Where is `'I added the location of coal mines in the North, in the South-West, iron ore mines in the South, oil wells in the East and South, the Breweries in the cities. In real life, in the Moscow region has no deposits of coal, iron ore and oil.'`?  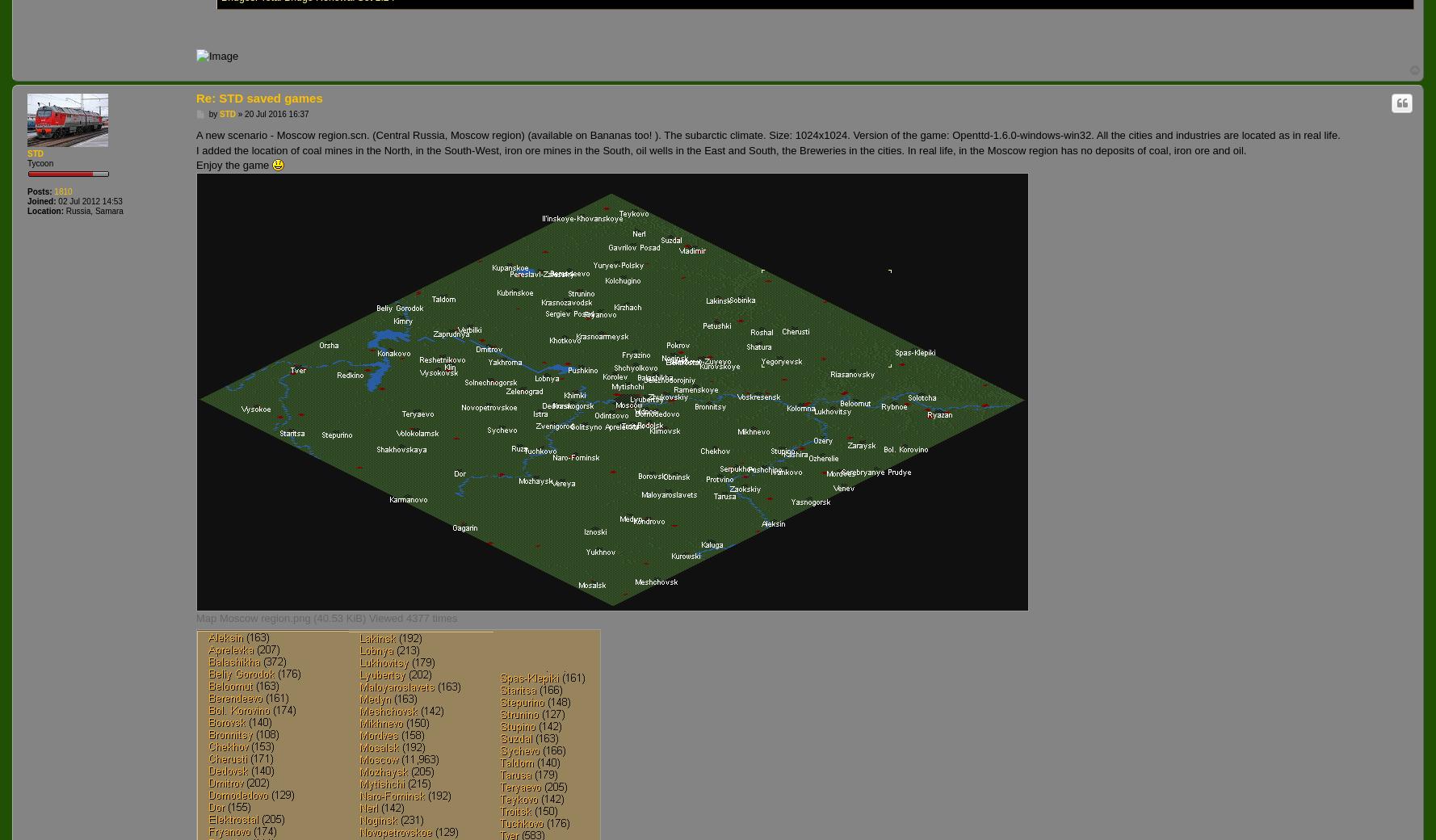
'I added the location of coal mines in the North, in the South-West, iron ore mines in the South, oil wells in the East and South, the Breweries in the cities. In real life, in the Moscow region has no deposits of coal, iron ore and oil.' is located at coordinates (720, 149).